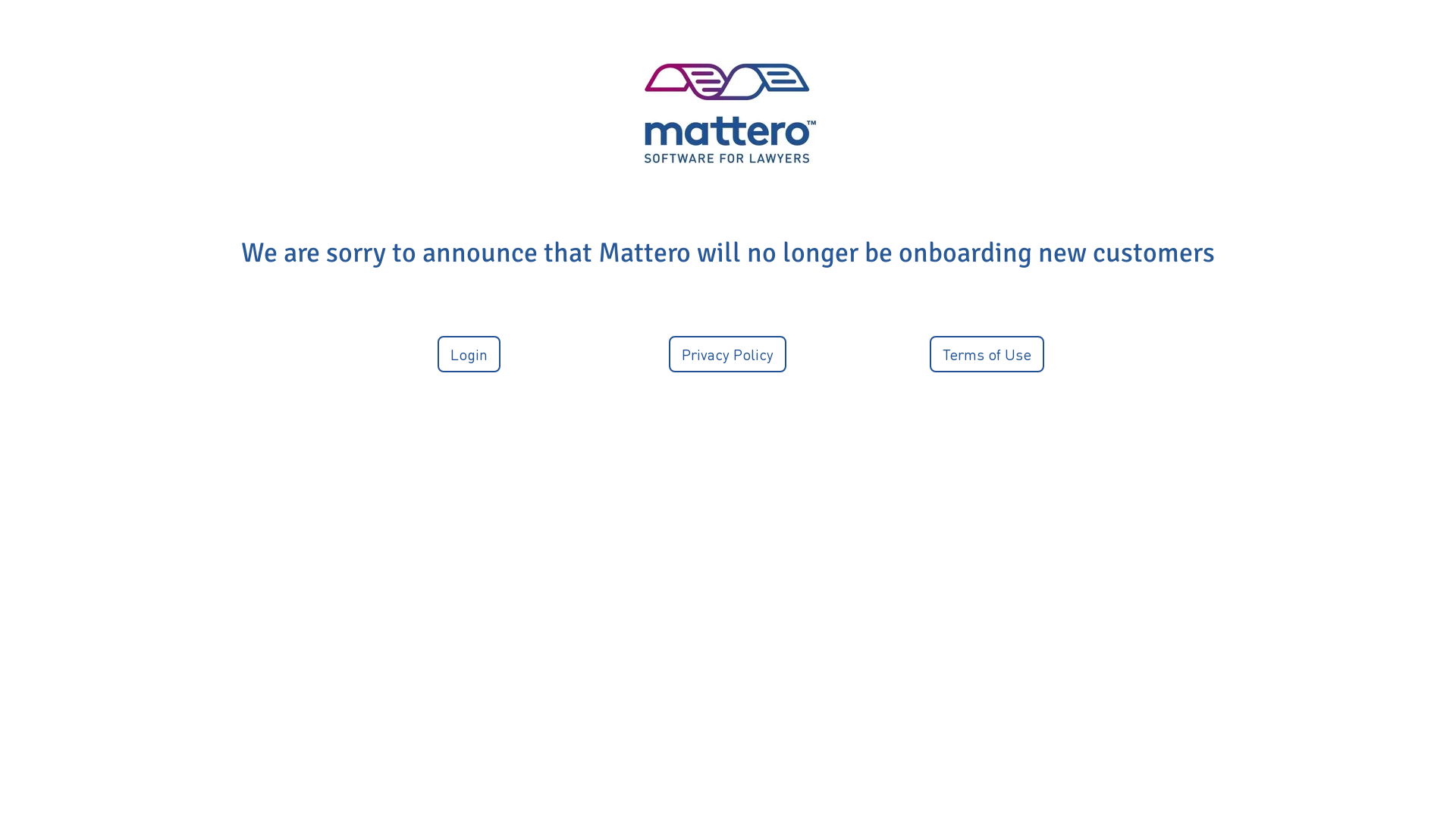 The width and height of the screenshot is (1456, 819). I want to click on 'Privacy Policy', so click(726, 353).